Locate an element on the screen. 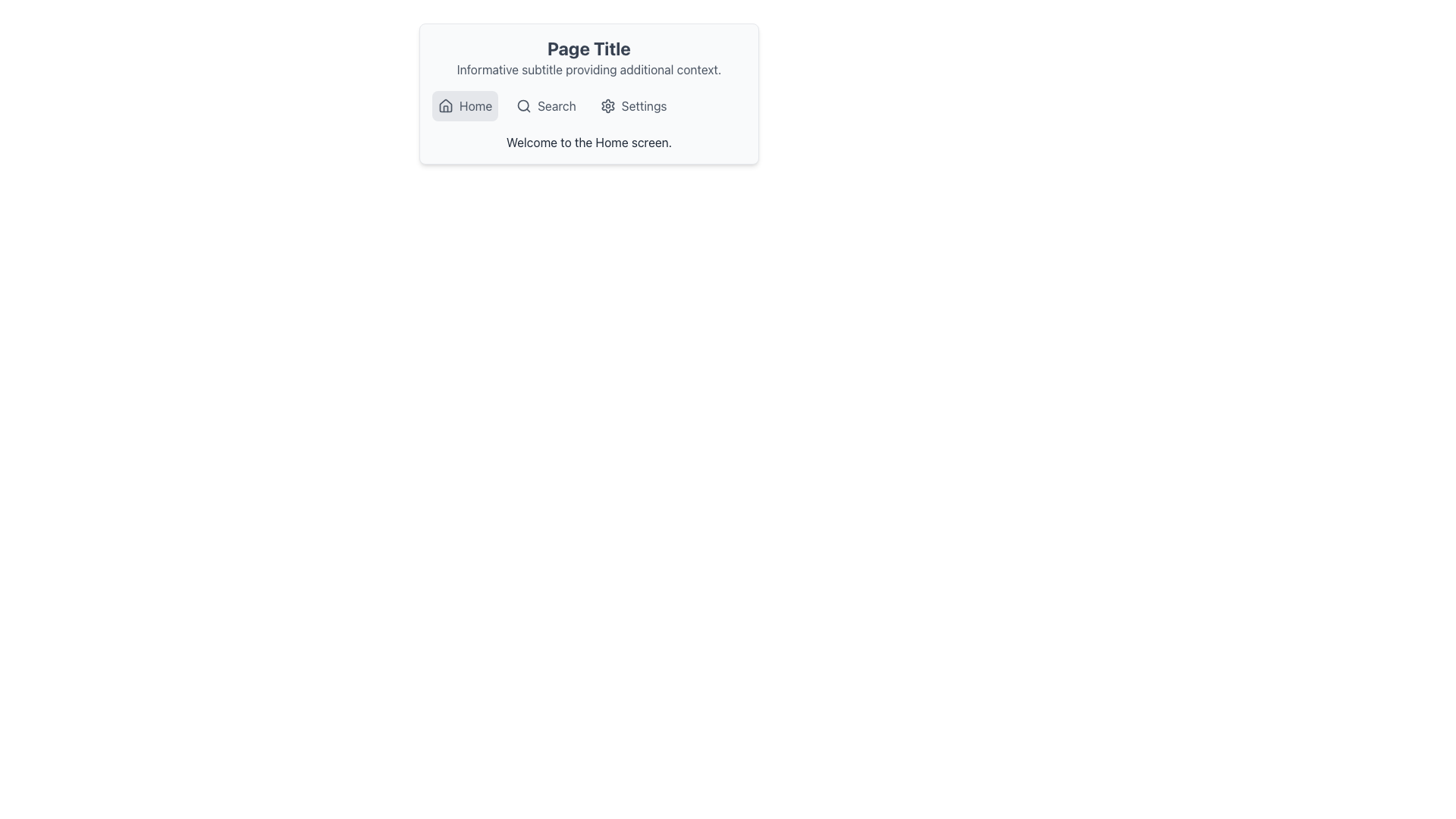 This screenshot has width=1456, height=819. the static text label displaying 'Home' located next to the house icon in the horizontal navigation area is located at coordinates (475, 105).